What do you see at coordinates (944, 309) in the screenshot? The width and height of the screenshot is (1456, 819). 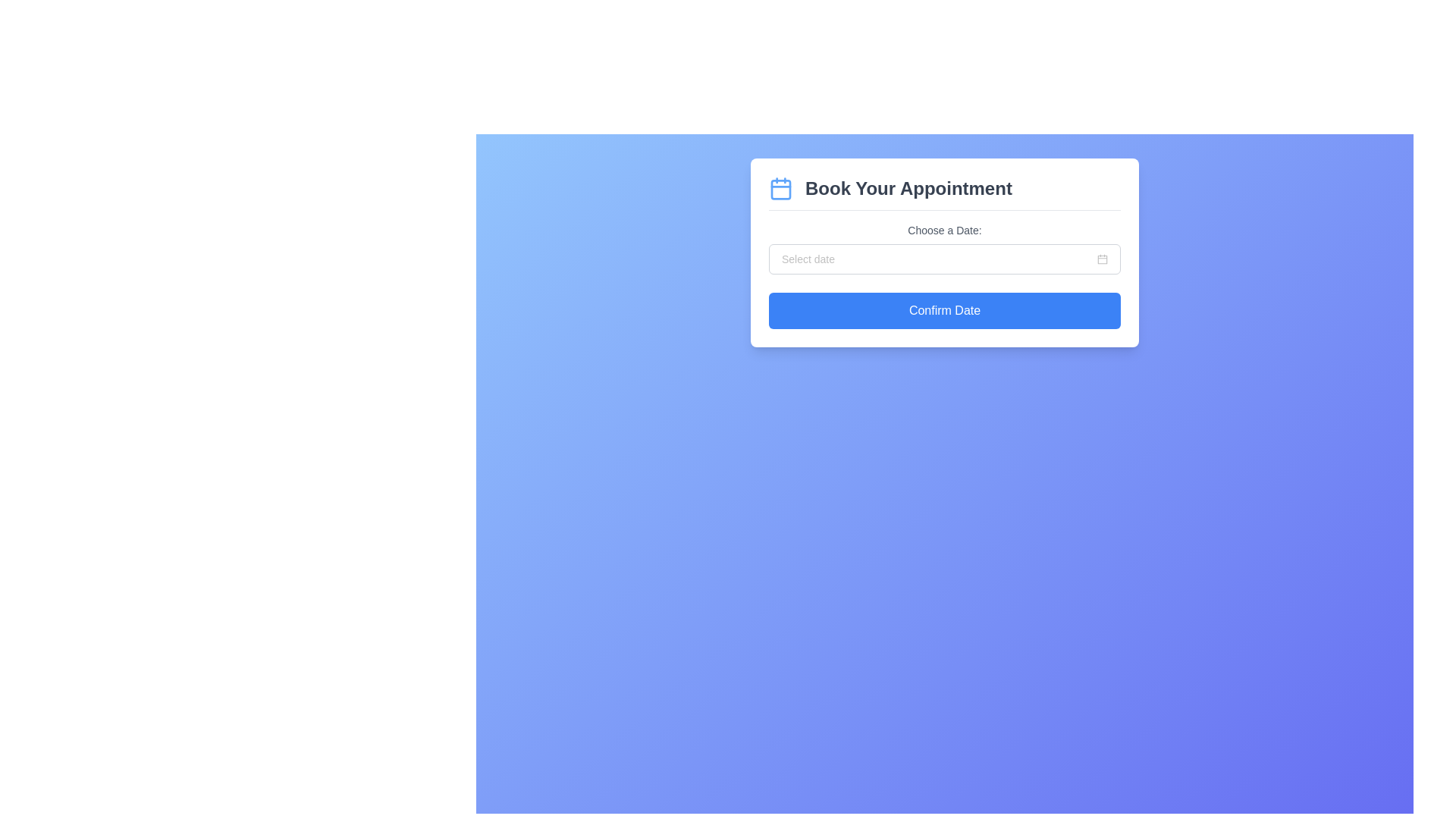 I see `the 'Confirm' button located at the bottom of the 'Book Your Appointment' card to confirm the selected date` at bounding box center [944, 309].